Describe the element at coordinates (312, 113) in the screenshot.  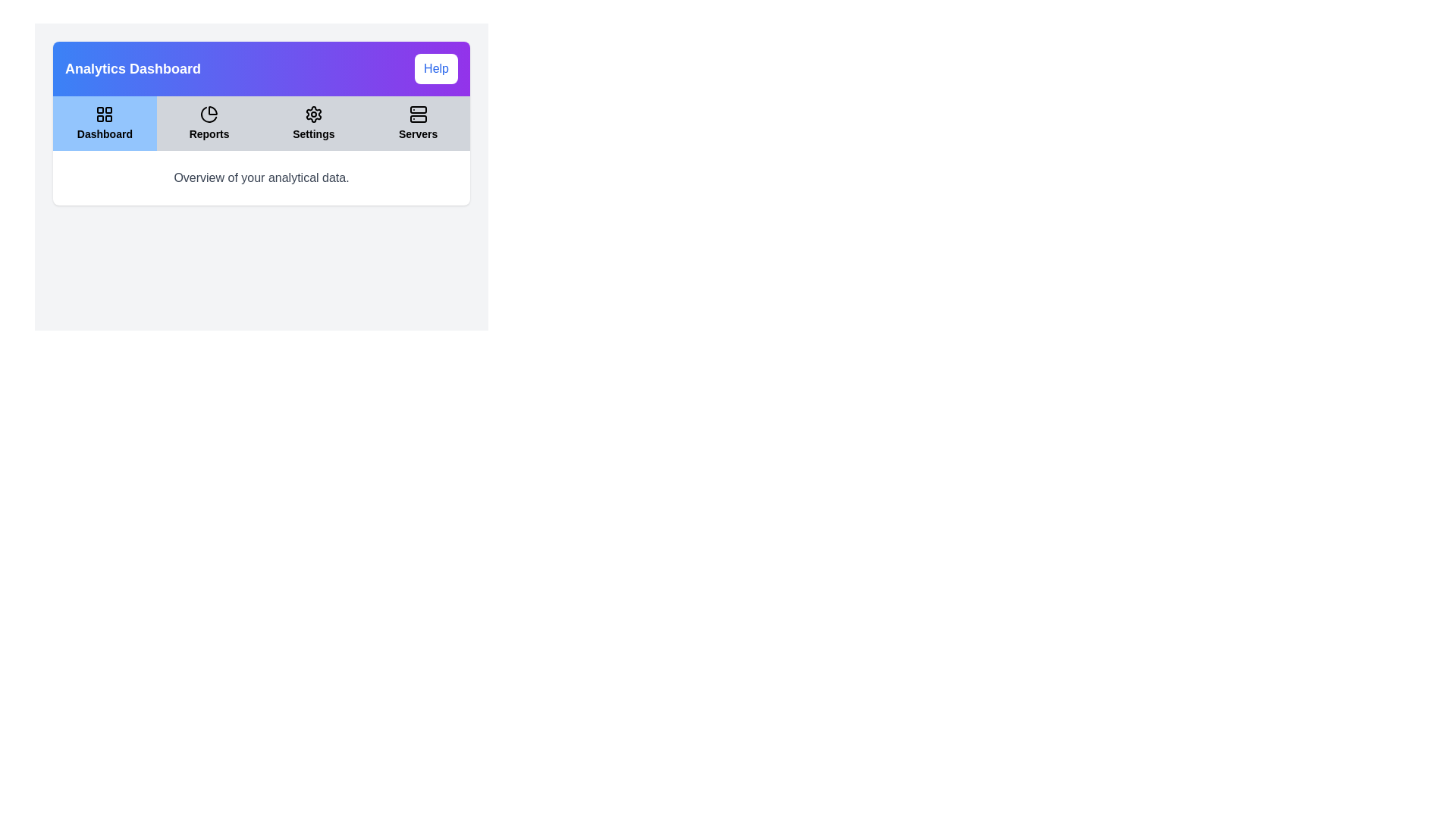
I see `the gear icon in the navigation bar` at that location.